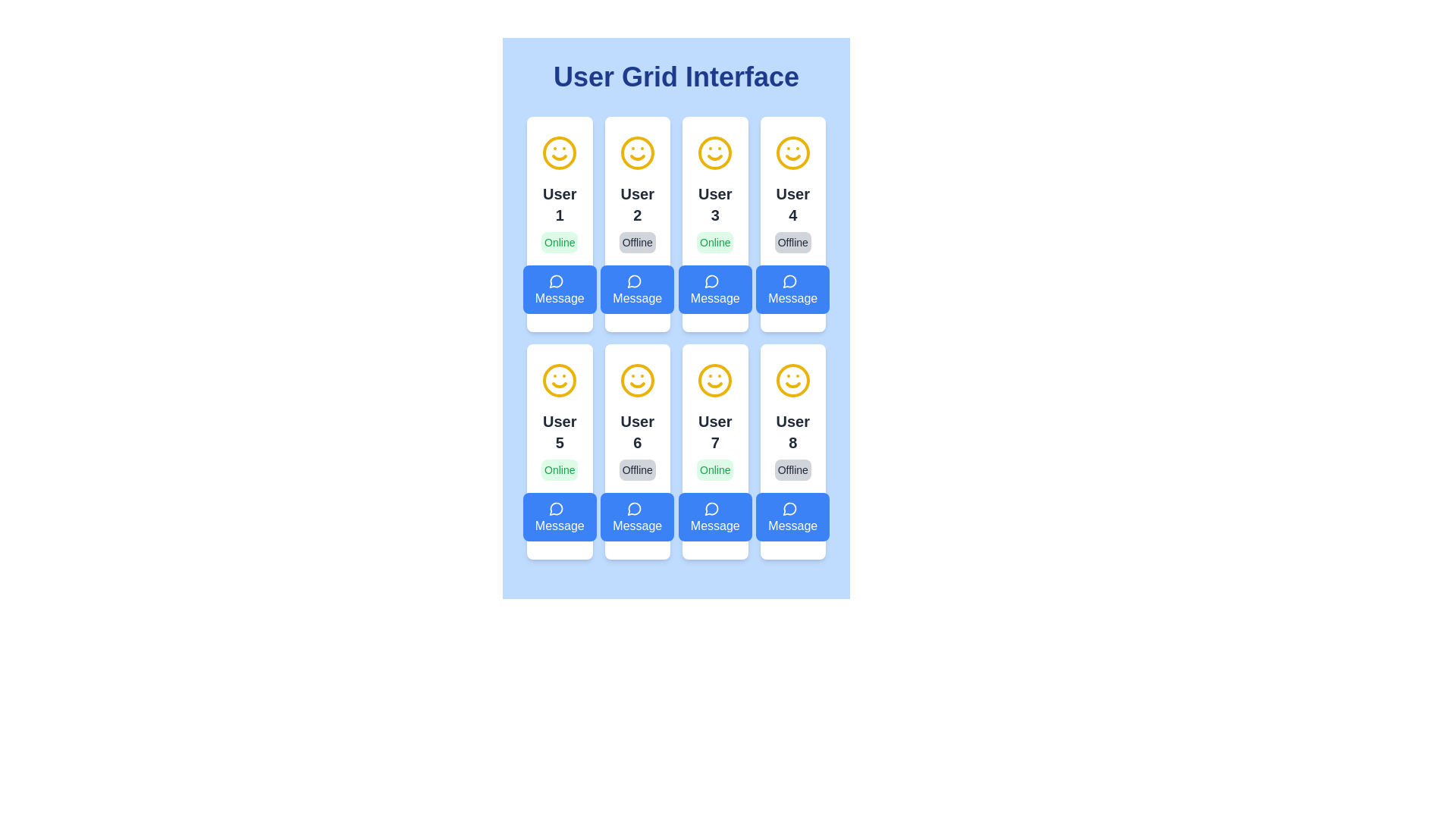 This screenshot has height=819, width=1456. What do you see at coordinates (792, 152) in the screenshot?
I see `the decorative icon representing the smiley face for user 'User 4', located at the top section of the card` at bounding box center [792, 152].